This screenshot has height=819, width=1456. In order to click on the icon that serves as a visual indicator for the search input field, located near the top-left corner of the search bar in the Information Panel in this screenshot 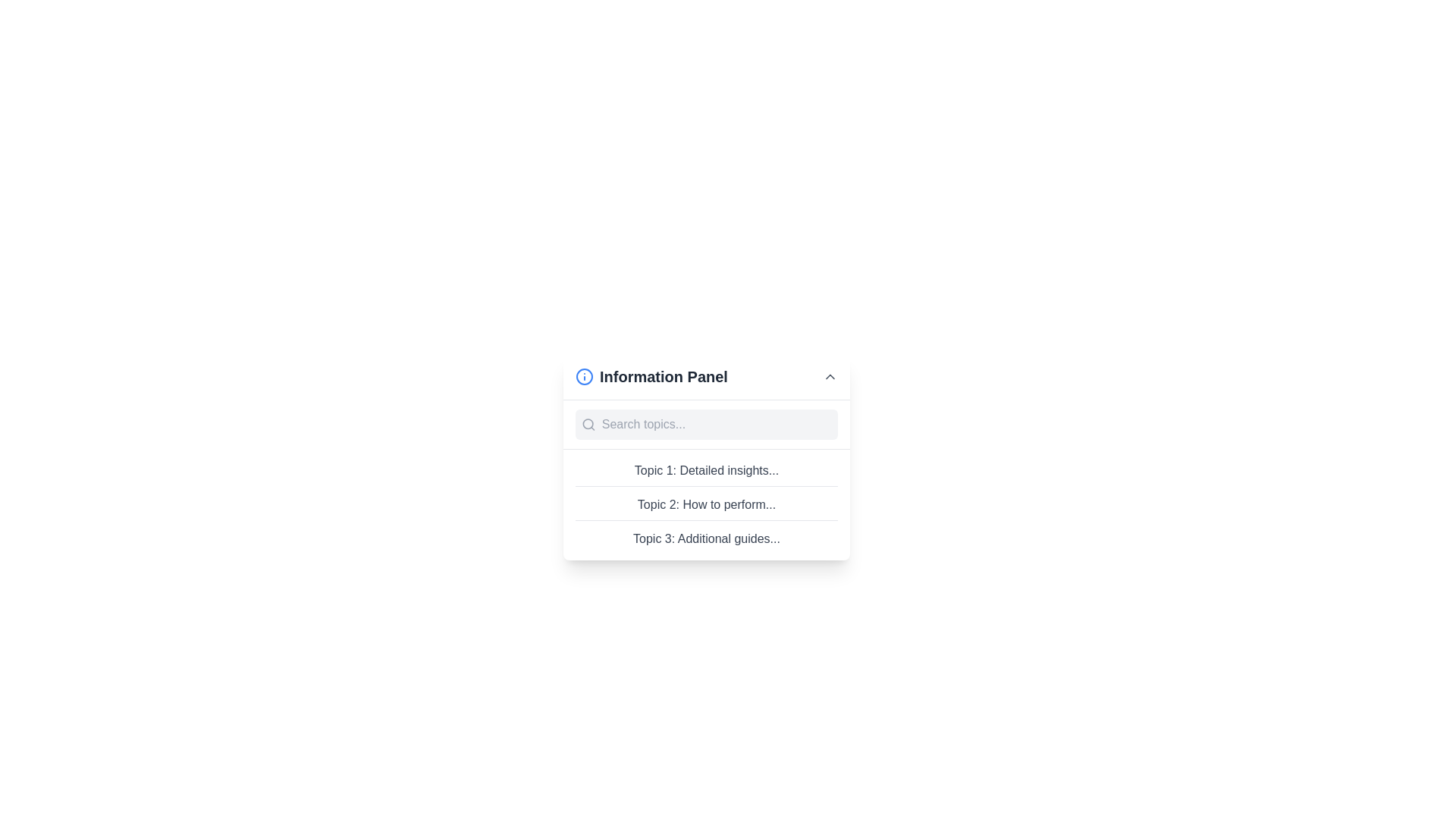, I will do `click(588, 424)`.